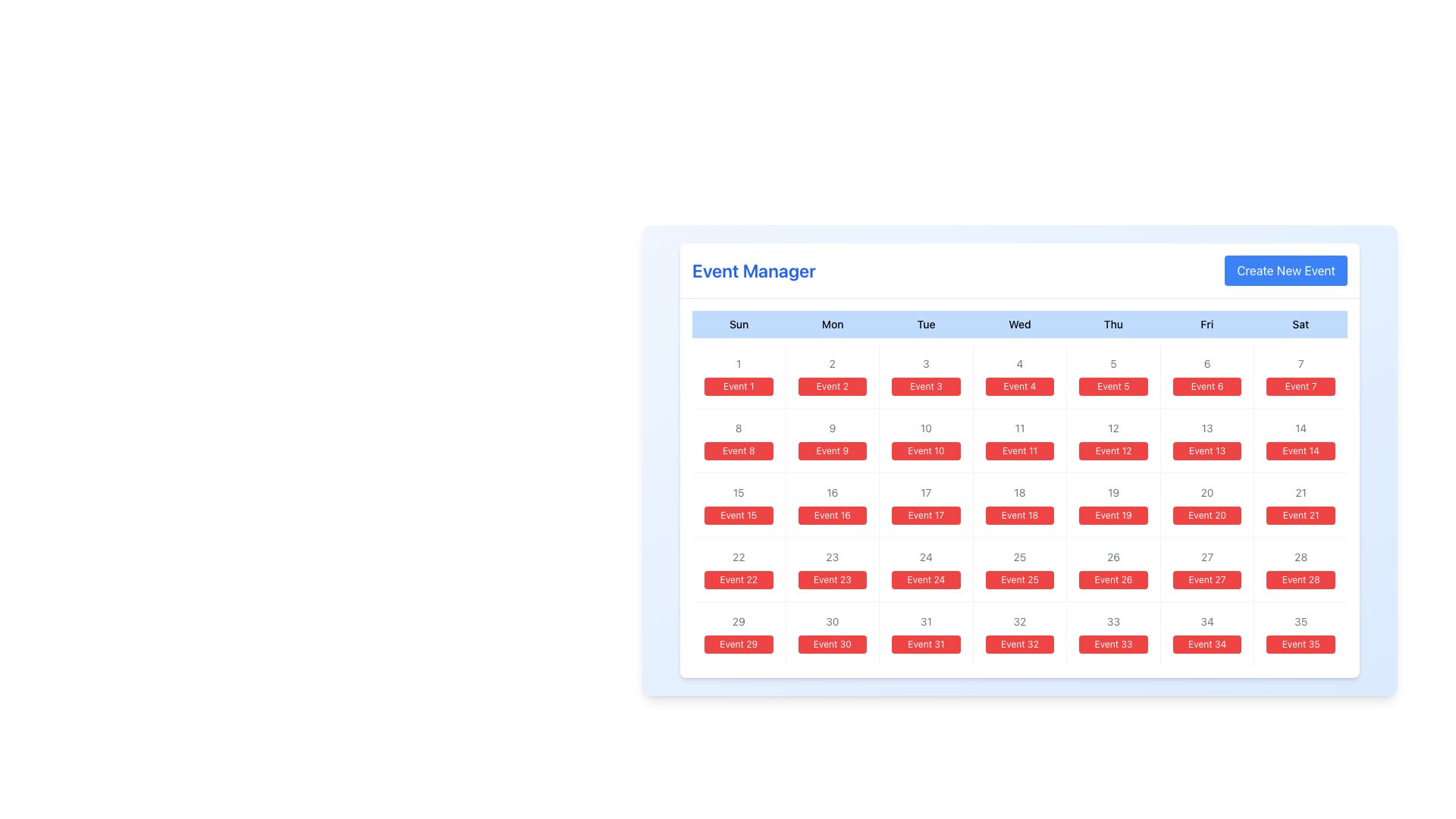 The height and width of the screenshot is (819, 1456). Describe the element at coordinates (1113, 557) in the screenshot. I see `the gray text label displaying the number '26' located in the 'Event 26' calendar cell under the Thursday column` at that location.